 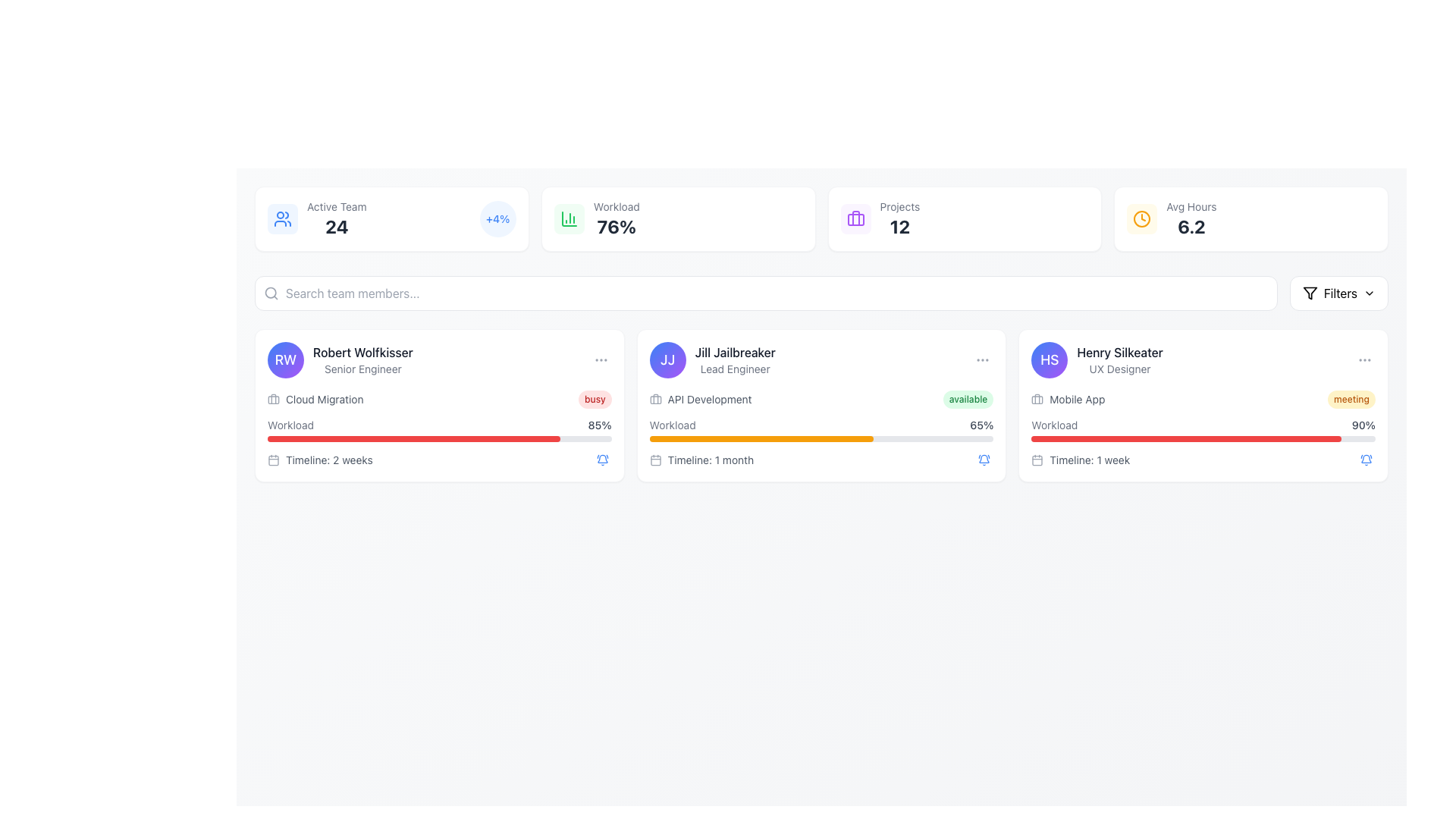 What do you see at coordinates (273, 399) in the screenshot?
I see `the 'Cloud Migration' icon located in Robert Wolfkisser's card under the 'Active Team' section, positioned to the left of the text 'Cloud Migration'` at bounding box center [273, 399].